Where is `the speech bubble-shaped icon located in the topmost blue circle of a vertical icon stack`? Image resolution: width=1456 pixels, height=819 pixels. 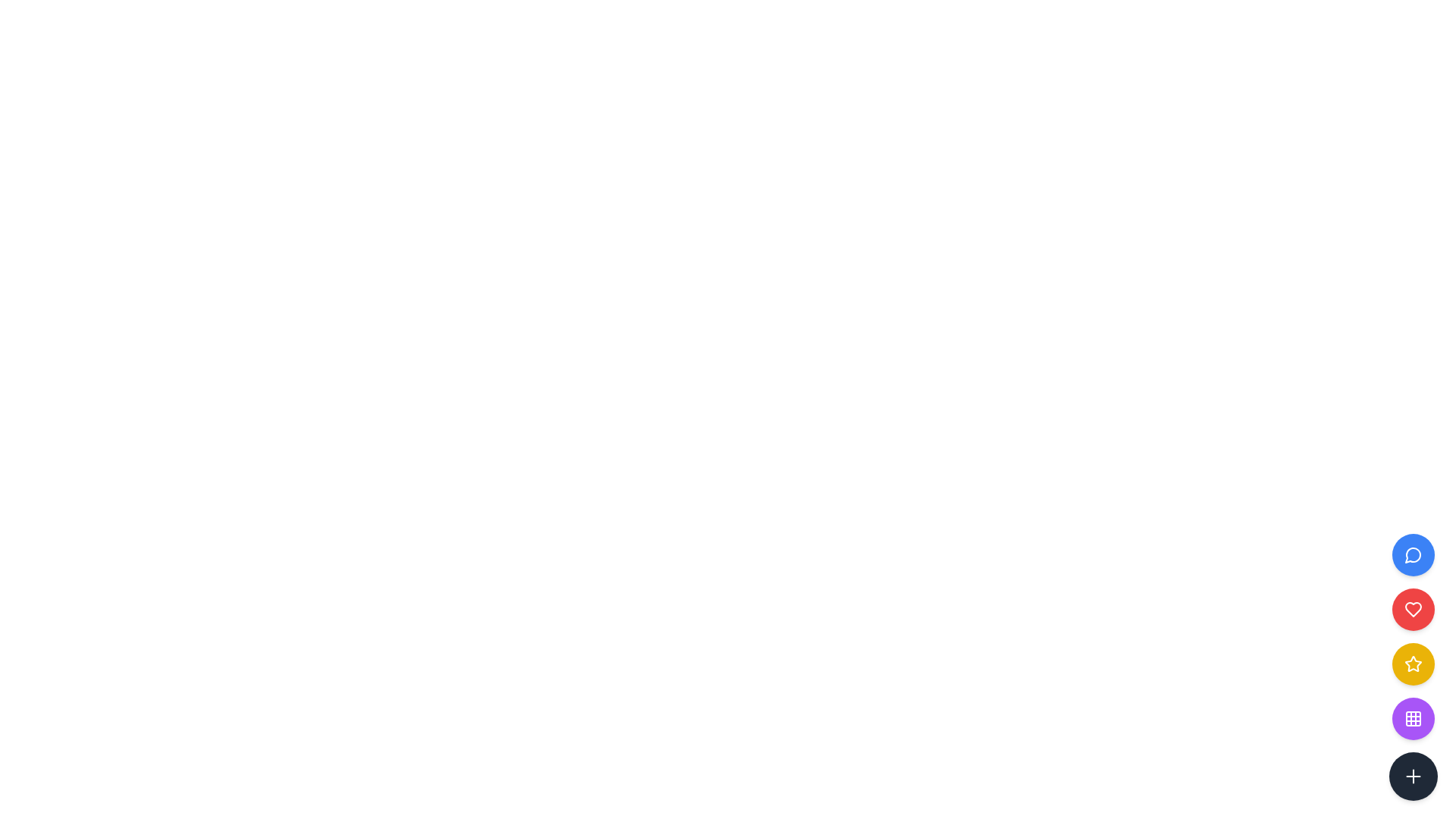
the speech bubble-shaped icon located in the topmost blue circle of a vertical icon stack is located at coordinates (1412, 555).